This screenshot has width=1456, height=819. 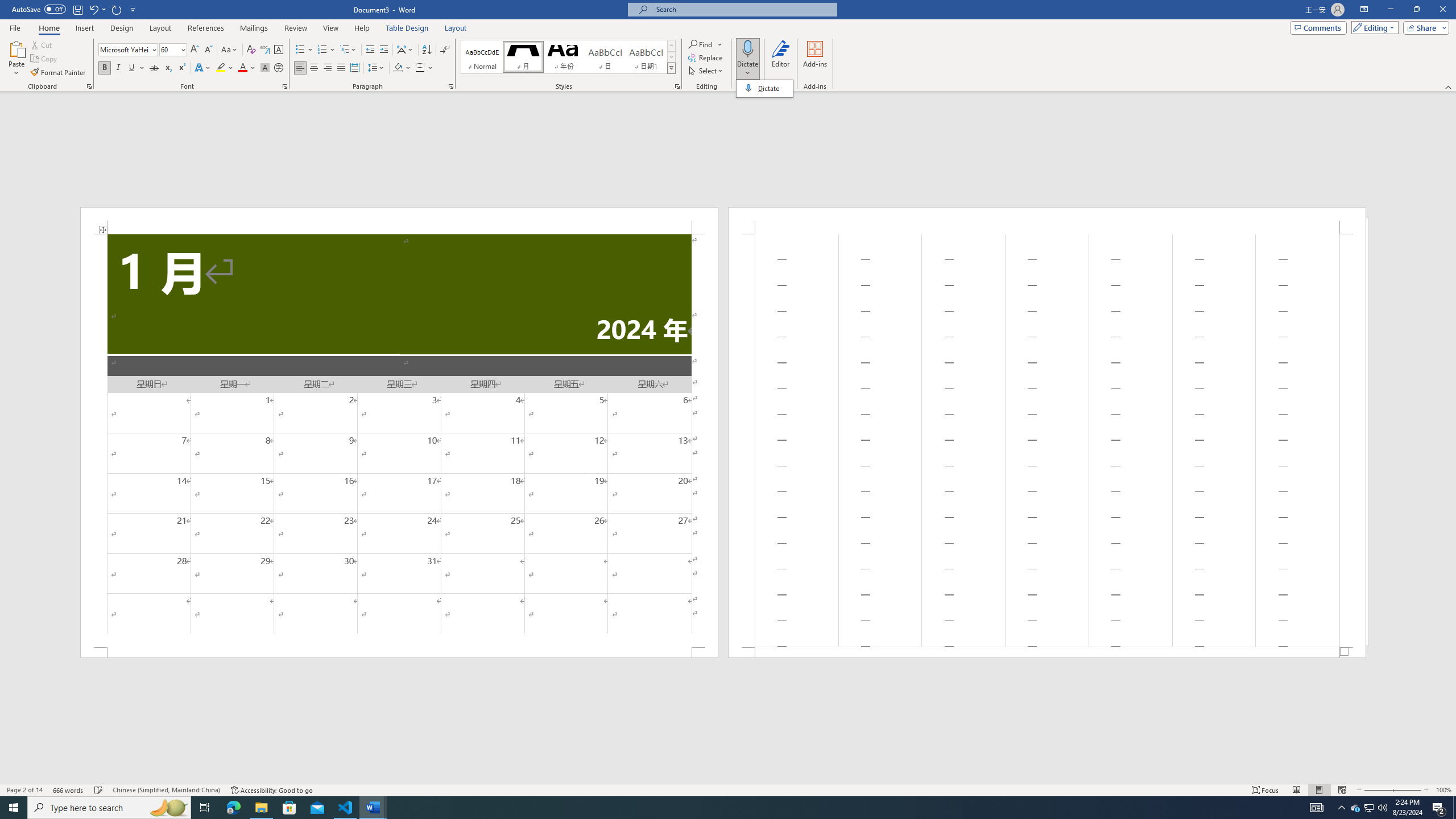 I want to click on 'Close', so click(x=1442, y=9).